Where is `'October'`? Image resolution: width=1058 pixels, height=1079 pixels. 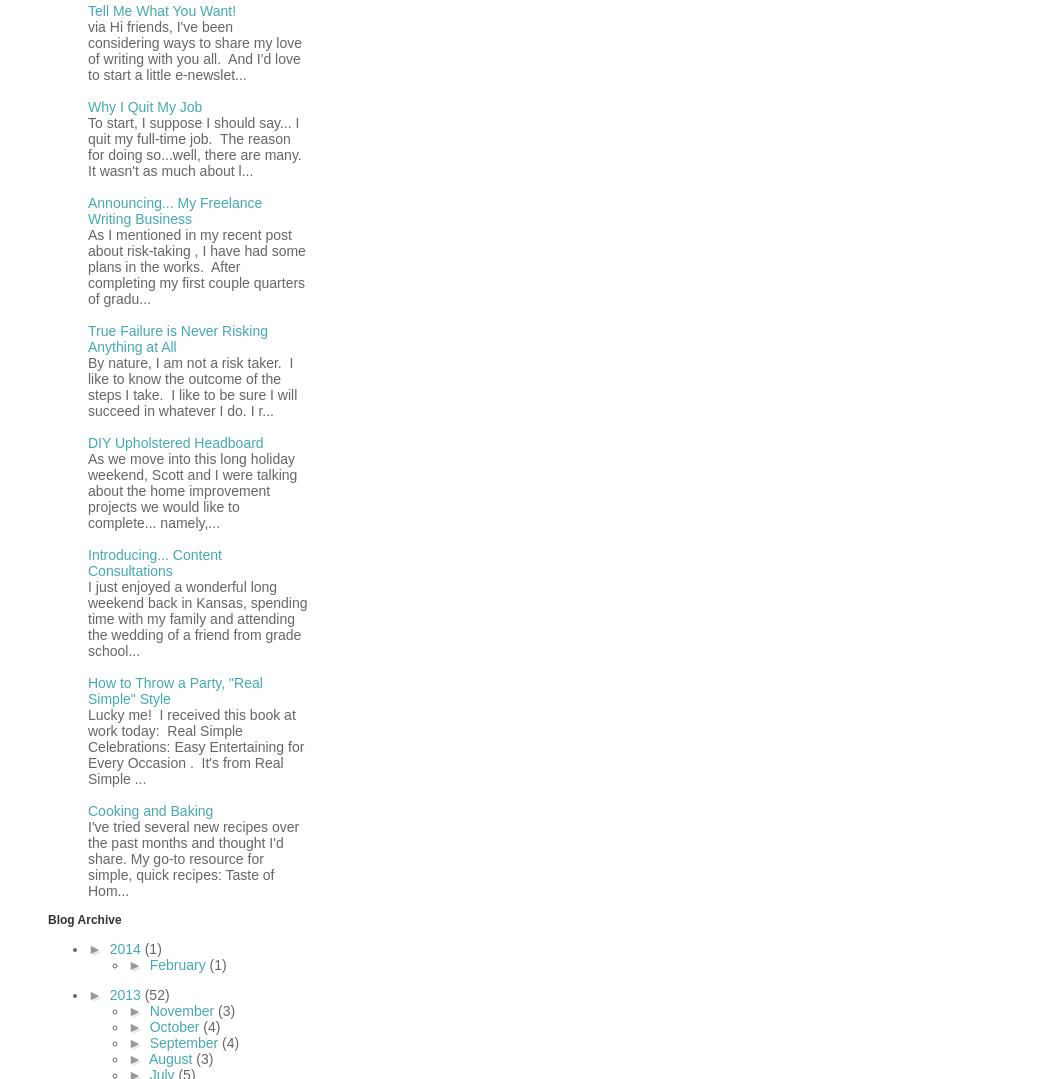
'October' is located at coordinates (175, 1026).